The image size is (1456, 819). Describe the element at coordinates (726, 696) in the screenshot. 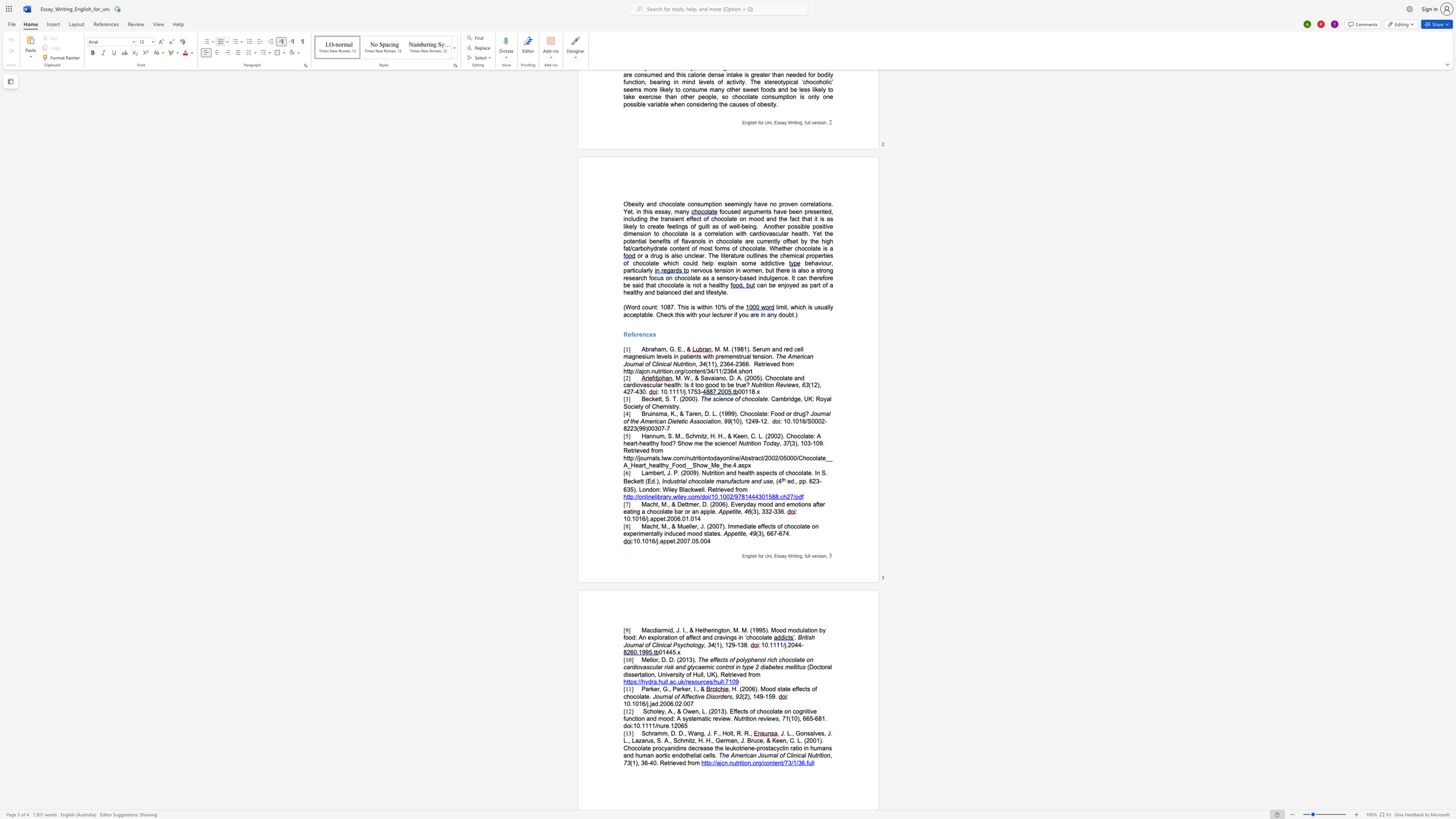

I see `the space between the continuous character "e" and "r" in the text` at that location.